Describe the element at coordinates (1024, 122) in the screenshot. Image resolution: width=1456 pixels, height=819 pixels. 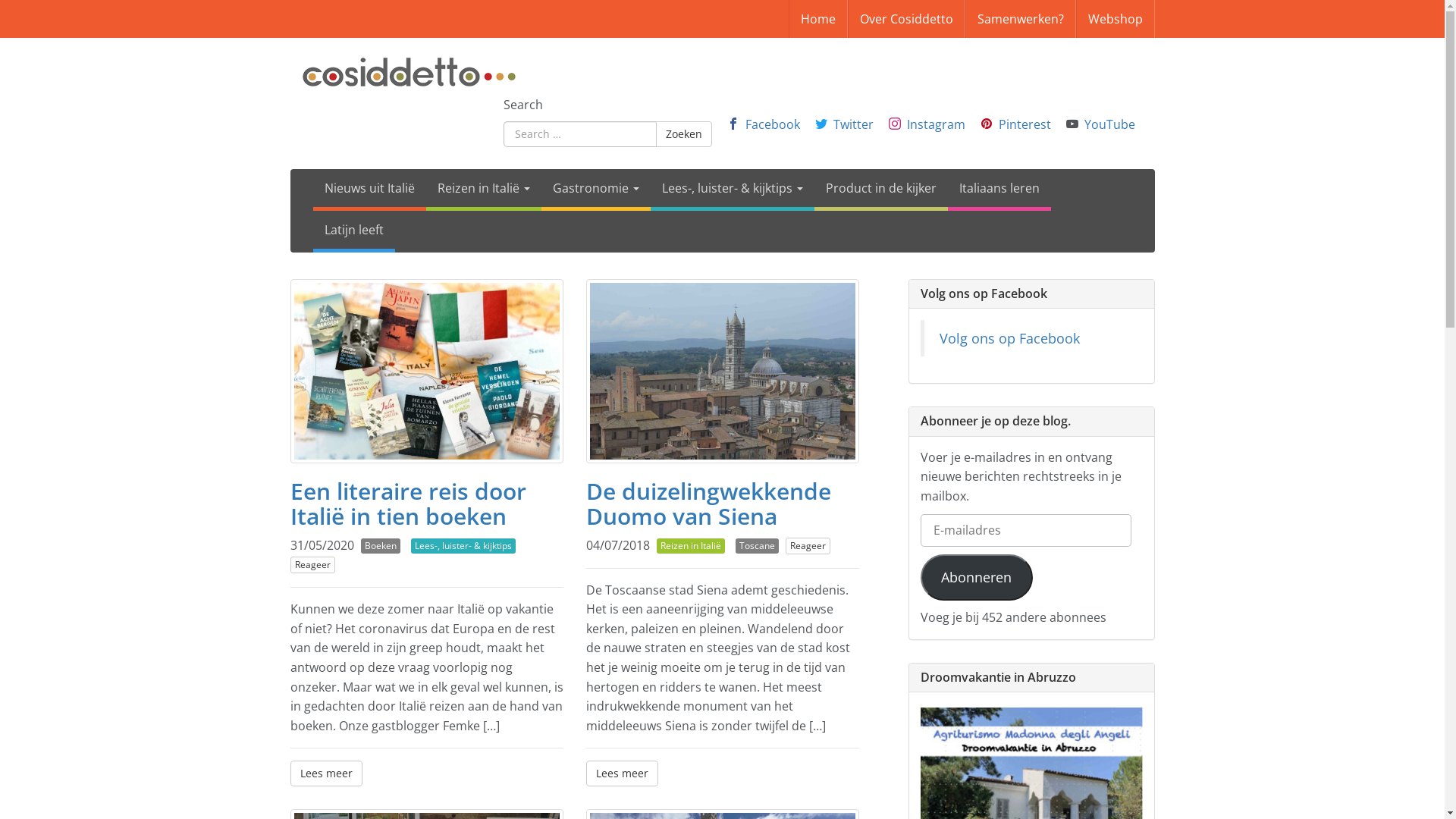
I see `'Pinterest'` at that location.